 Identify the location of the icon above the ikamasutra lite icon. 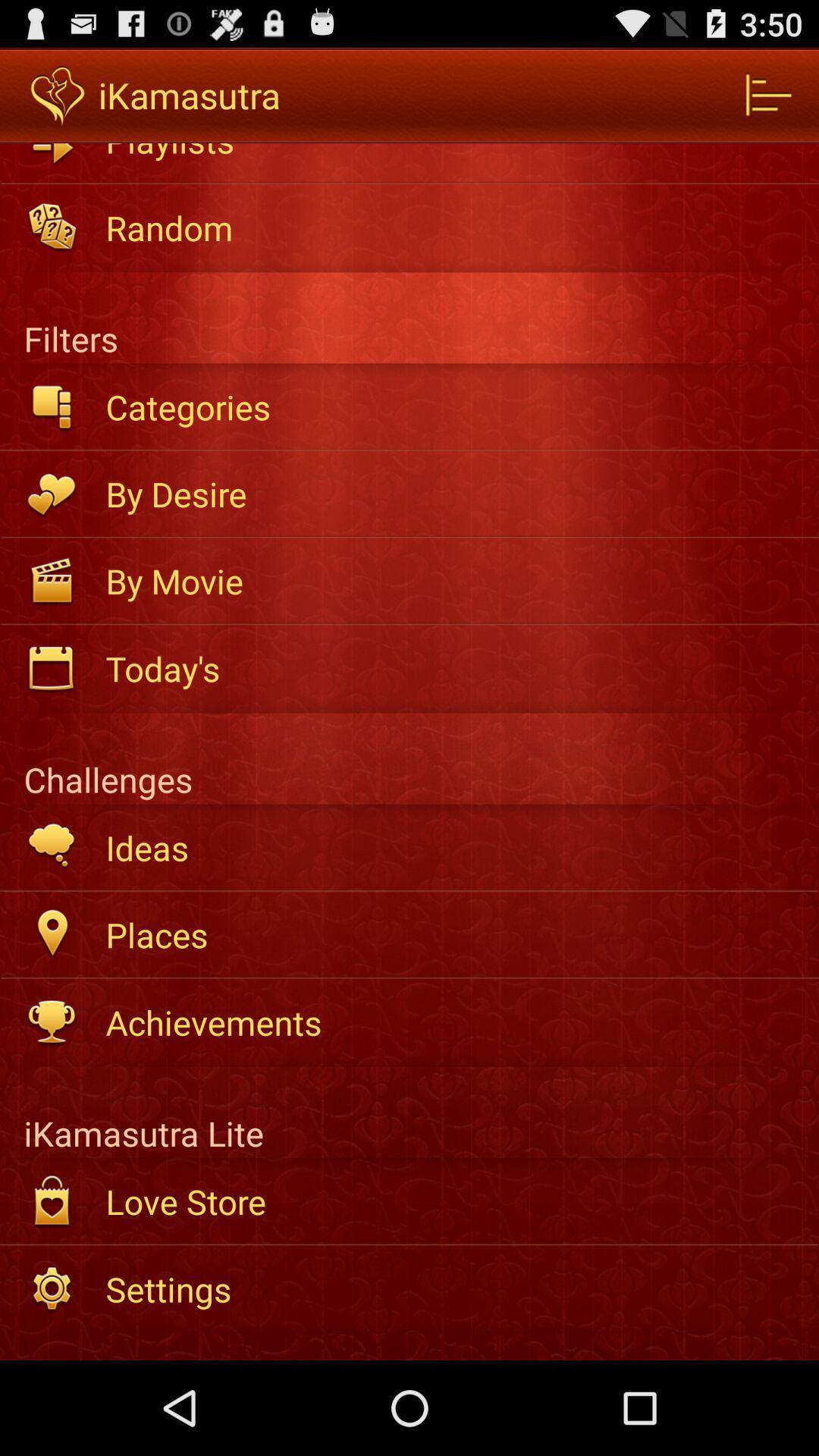
(451, 1022).